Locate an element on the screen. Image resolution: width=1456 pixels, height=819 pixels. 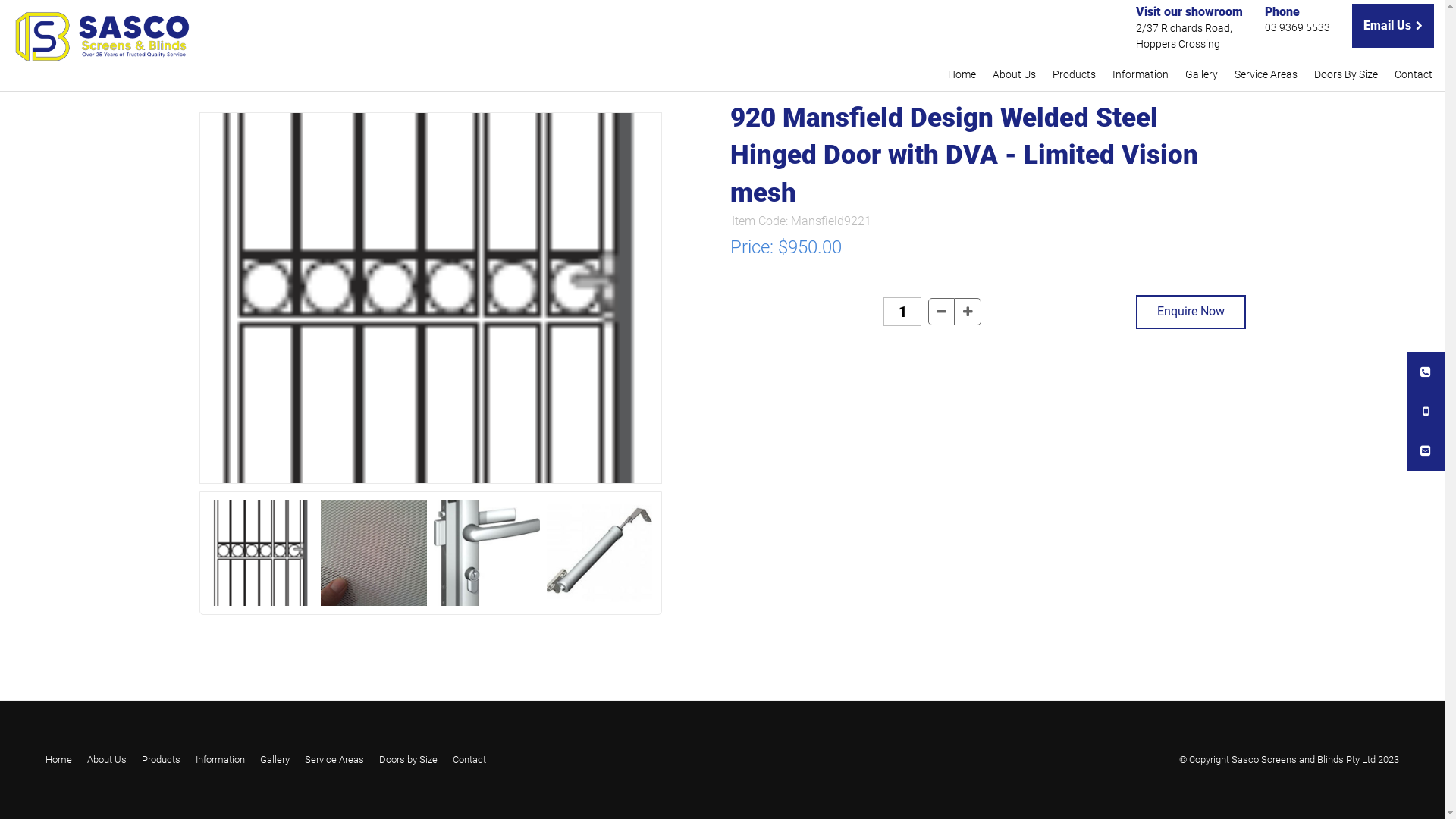
'2/37 Richards Road, is located at coordinates (1183, 35).